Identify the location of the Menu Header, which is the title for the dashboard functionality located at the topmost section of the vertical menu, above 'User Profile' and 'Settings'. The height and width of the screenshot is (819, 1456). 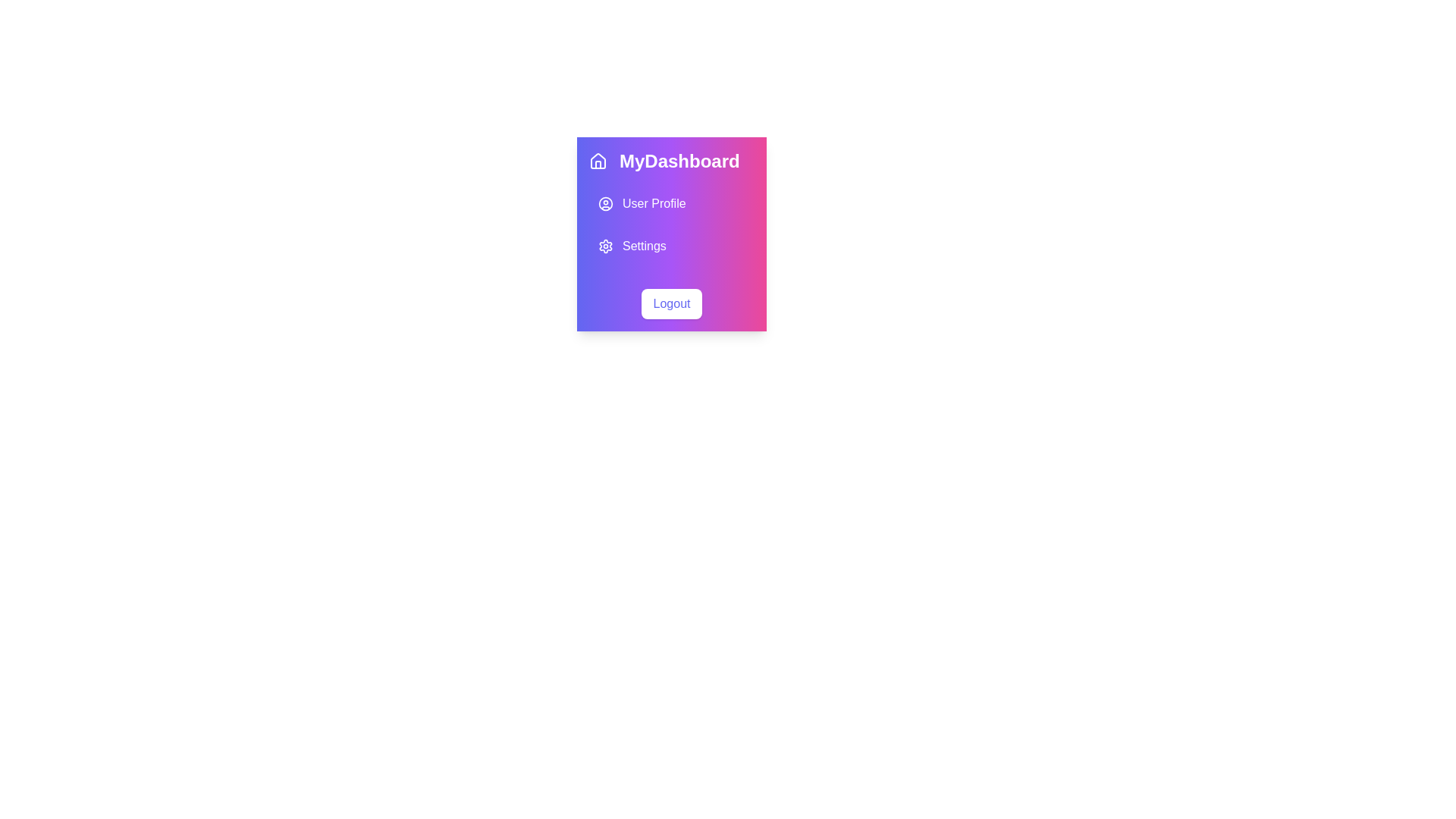
(671, 161).